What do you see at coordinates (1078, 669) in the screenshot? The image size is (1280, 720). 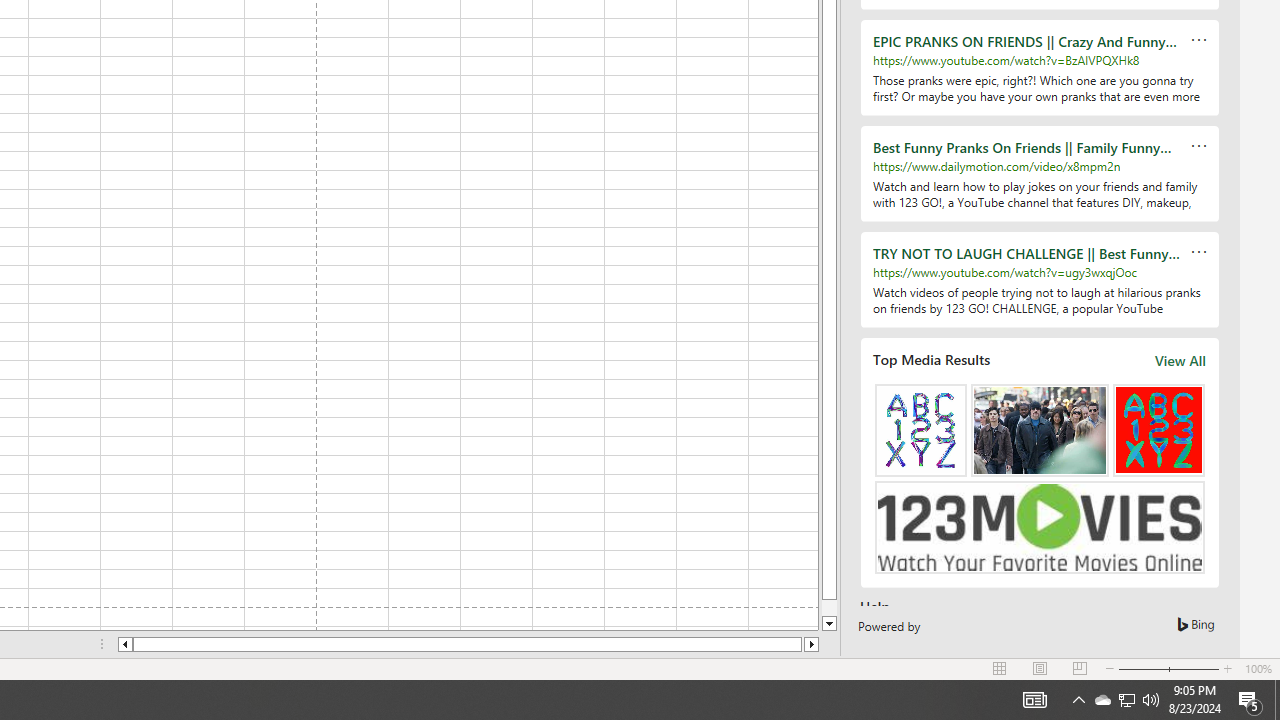 I see `'Page Break Preview'` at bounding box center [1078, 669].